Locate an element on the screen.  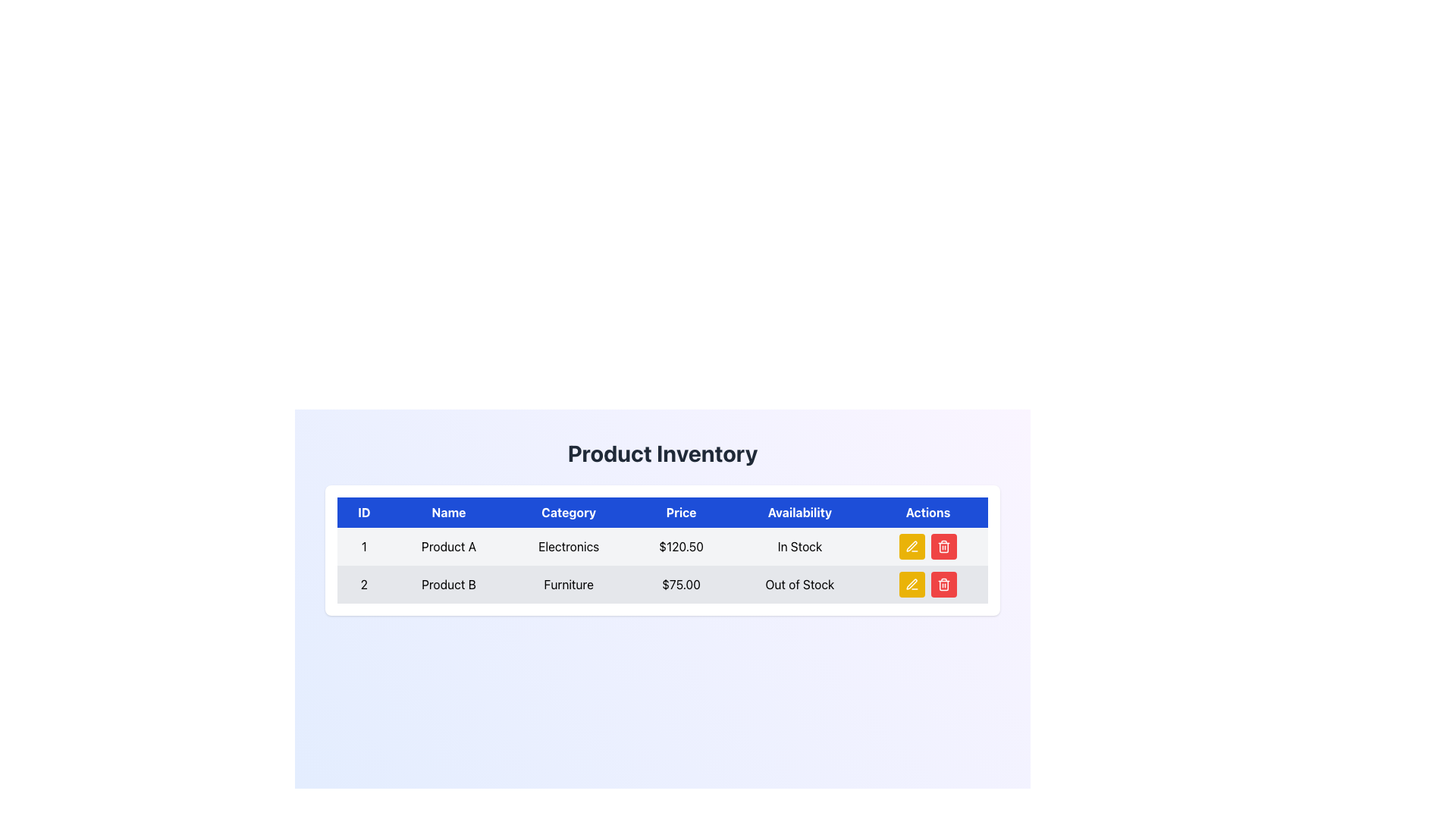
the delete button located in the 'Actions' column of the second row of the table is located at coordinates (943, 547).